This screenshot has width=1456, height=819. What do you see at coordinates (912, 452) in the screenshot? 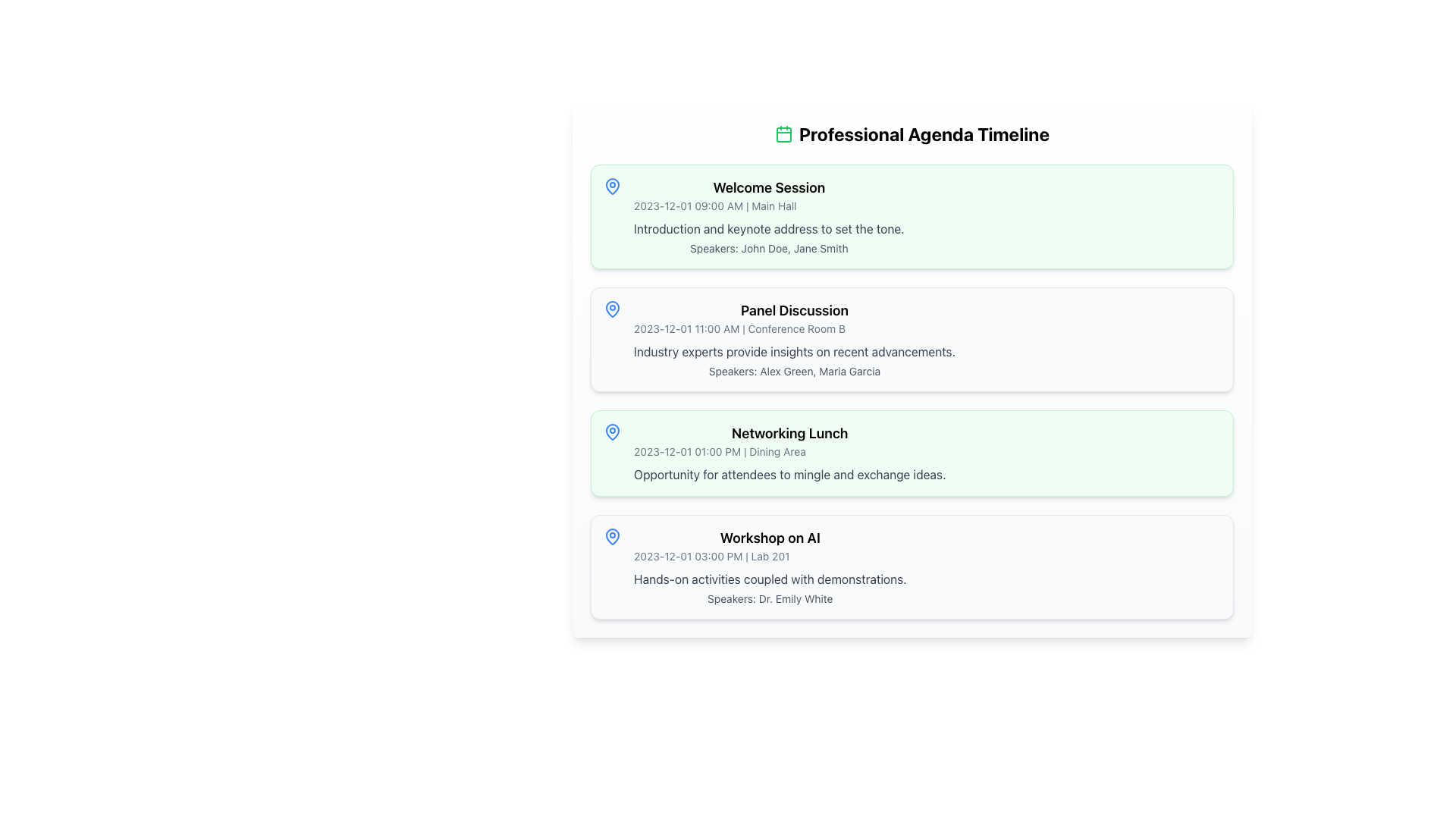
I see `the details of the 'Networking Lunch' text block, which includes the subtitle and descriptive paragraph, positioned within a green-shaded panel below 'Panel Discussion' and above 'Workshop on AI'` at bounding box center [912, 452].